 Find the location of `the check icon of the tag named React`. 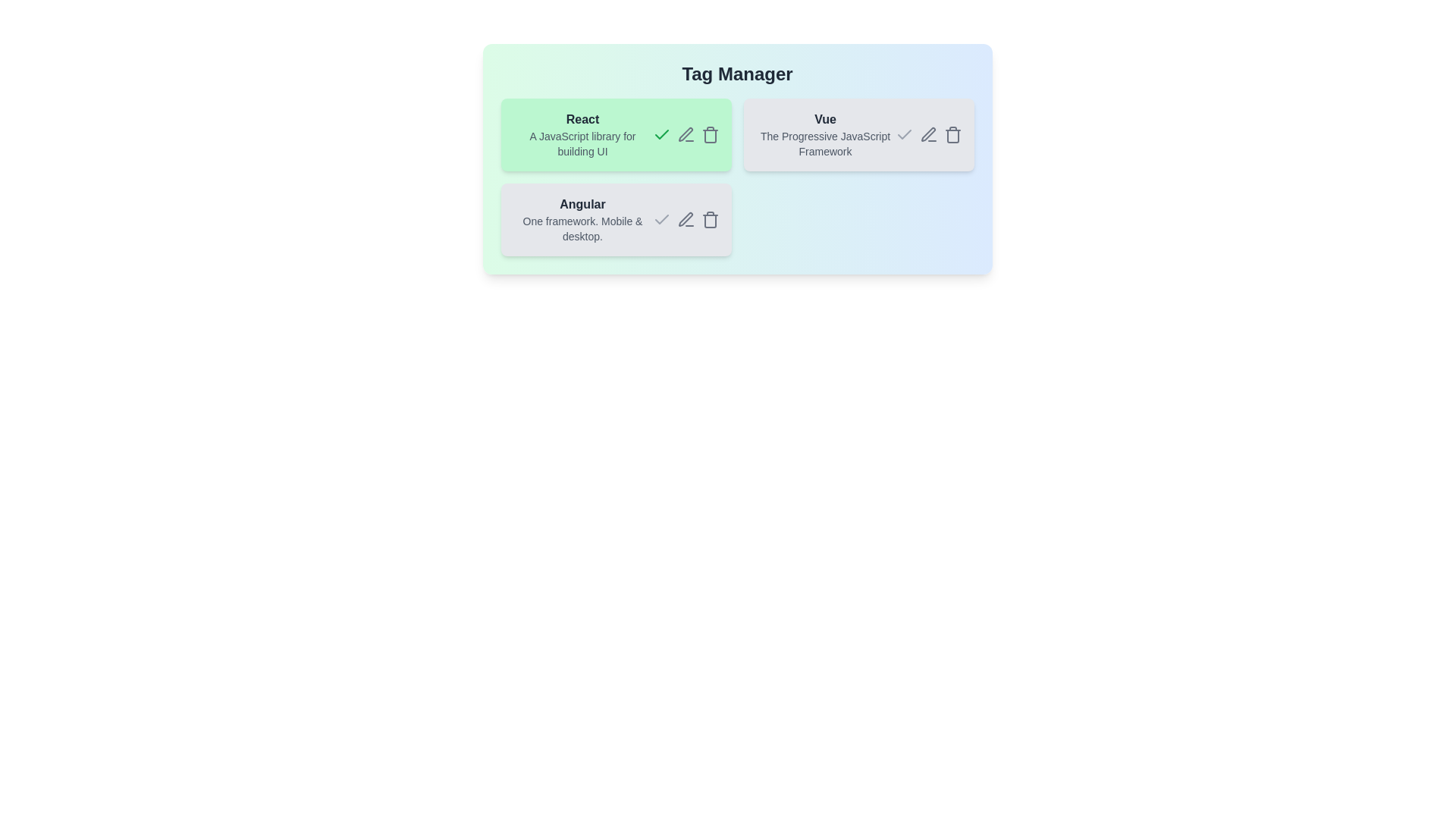

the check icon of the tag named React is located at coordinates (661, 133).